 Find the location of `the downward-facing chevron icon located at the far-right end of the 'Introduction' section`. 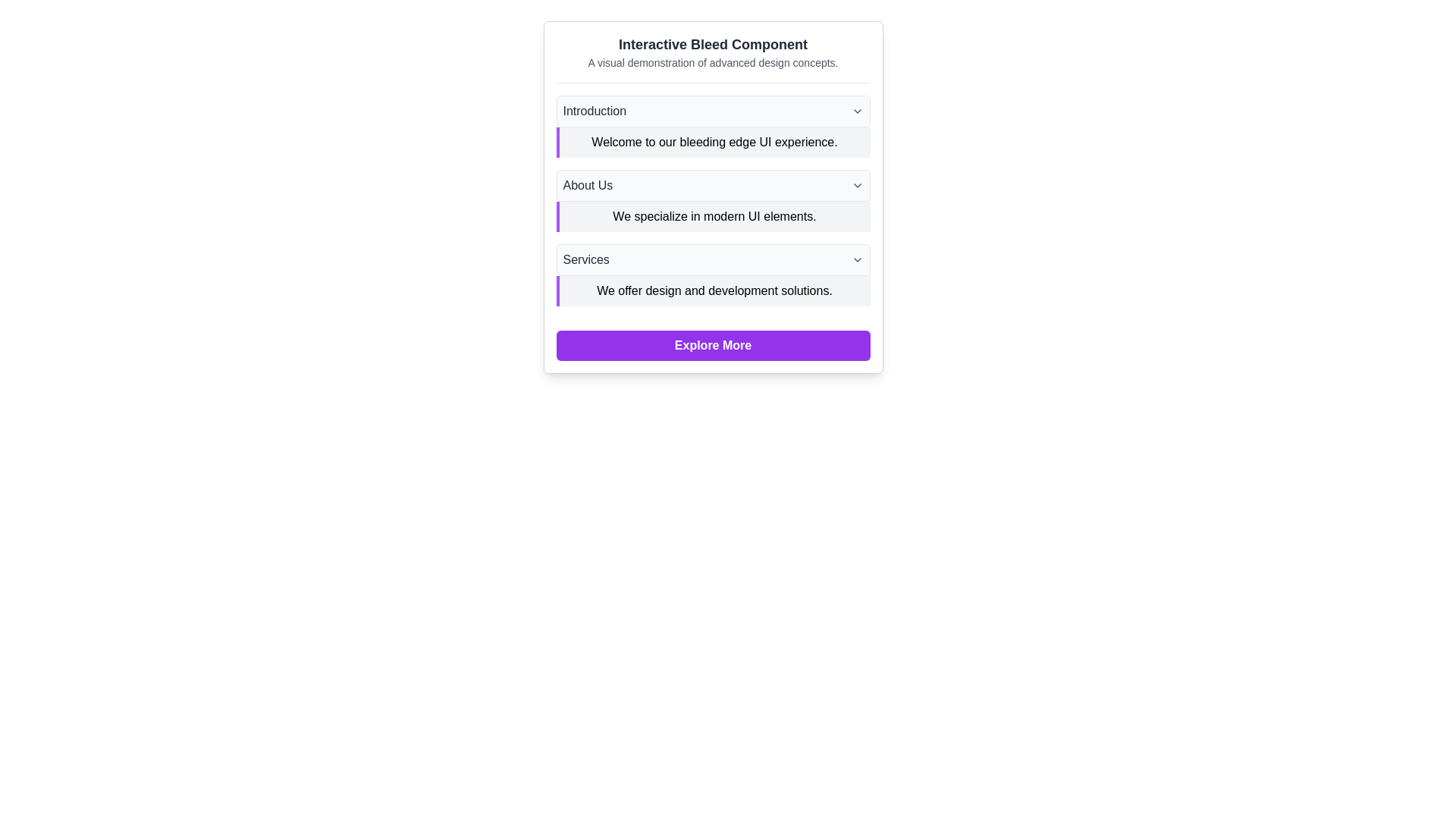

the downward-facing chevron icon located at the far-right end of the 'Introduction' section is located at coordinates (857, 110).